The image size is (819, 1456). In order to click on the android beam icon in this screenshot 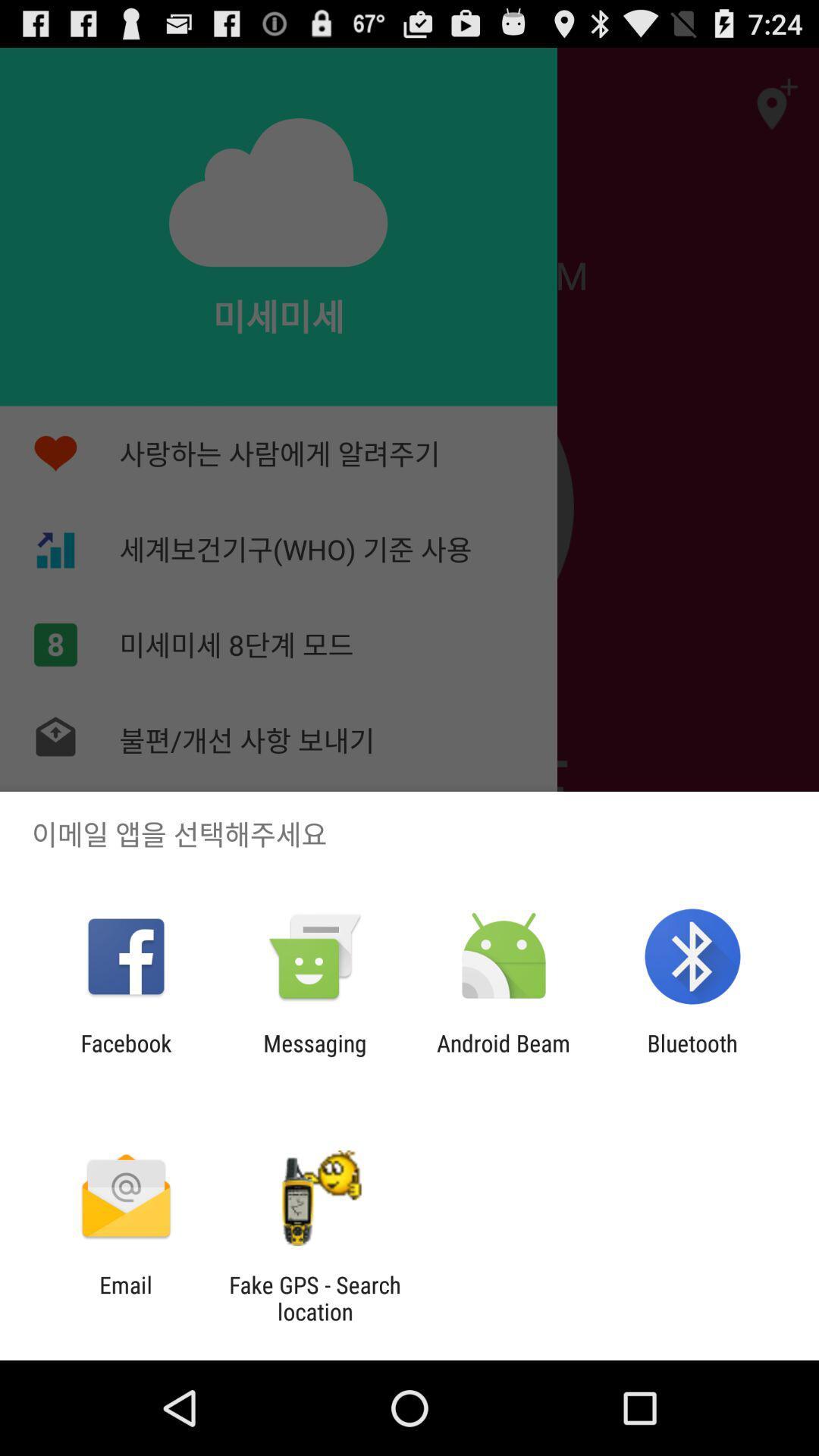, I will do `click(504, 1056)`.